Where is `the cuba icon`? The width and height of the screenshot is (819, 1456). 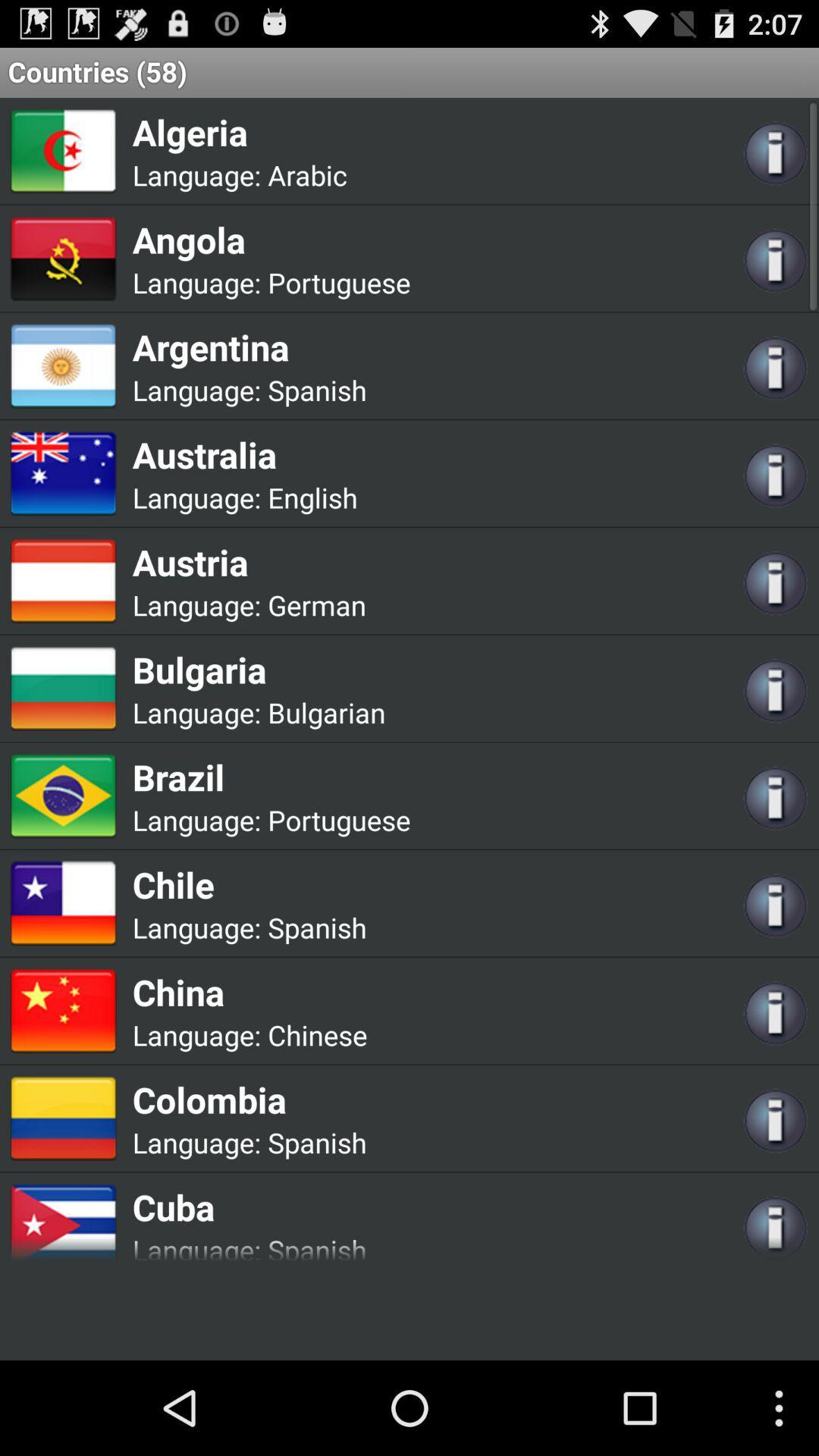
the cuba icon is located at coordinates (249, 1206).